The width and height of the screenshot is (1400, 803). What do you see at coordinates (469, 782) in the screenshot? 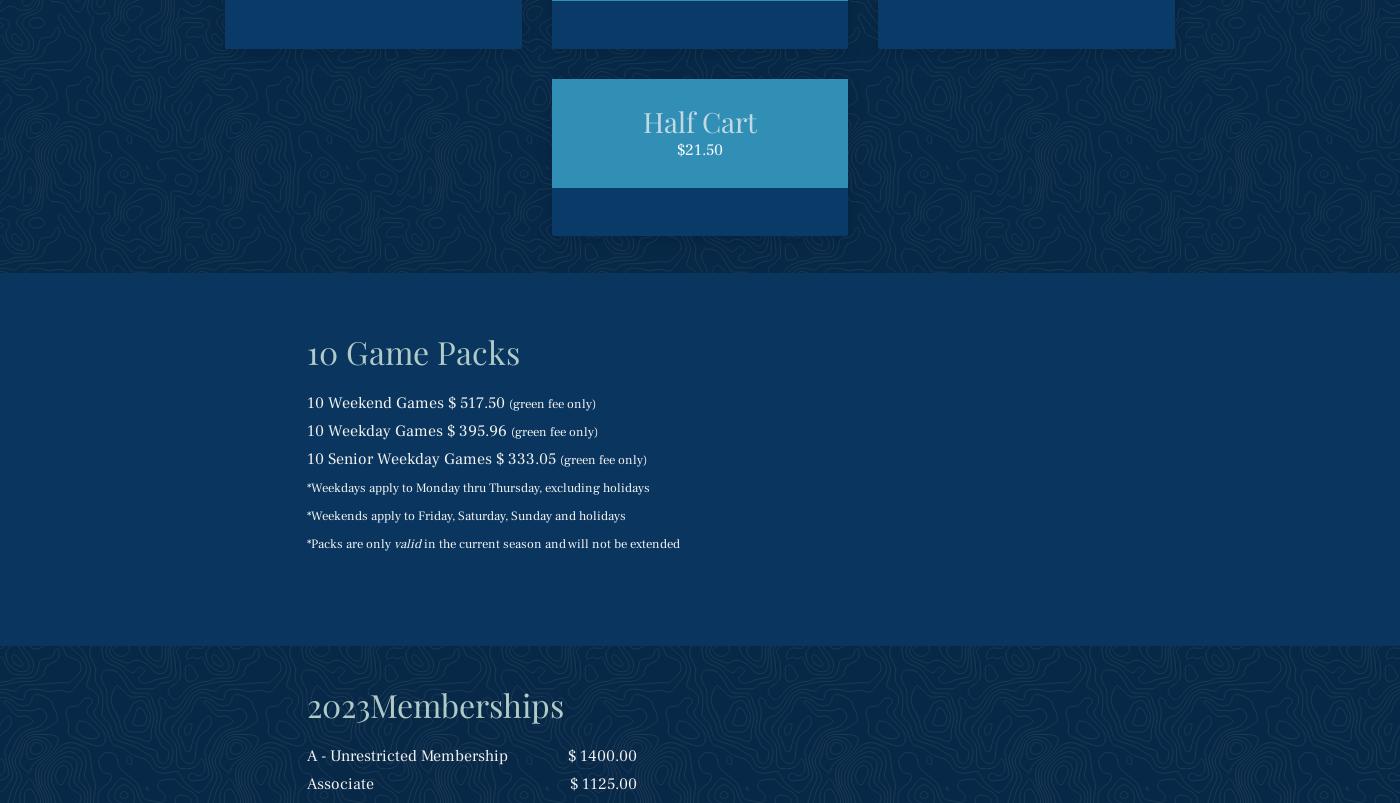
I see `'Associate                                                 $ 1125.00'` at bounding box center [469, 782].